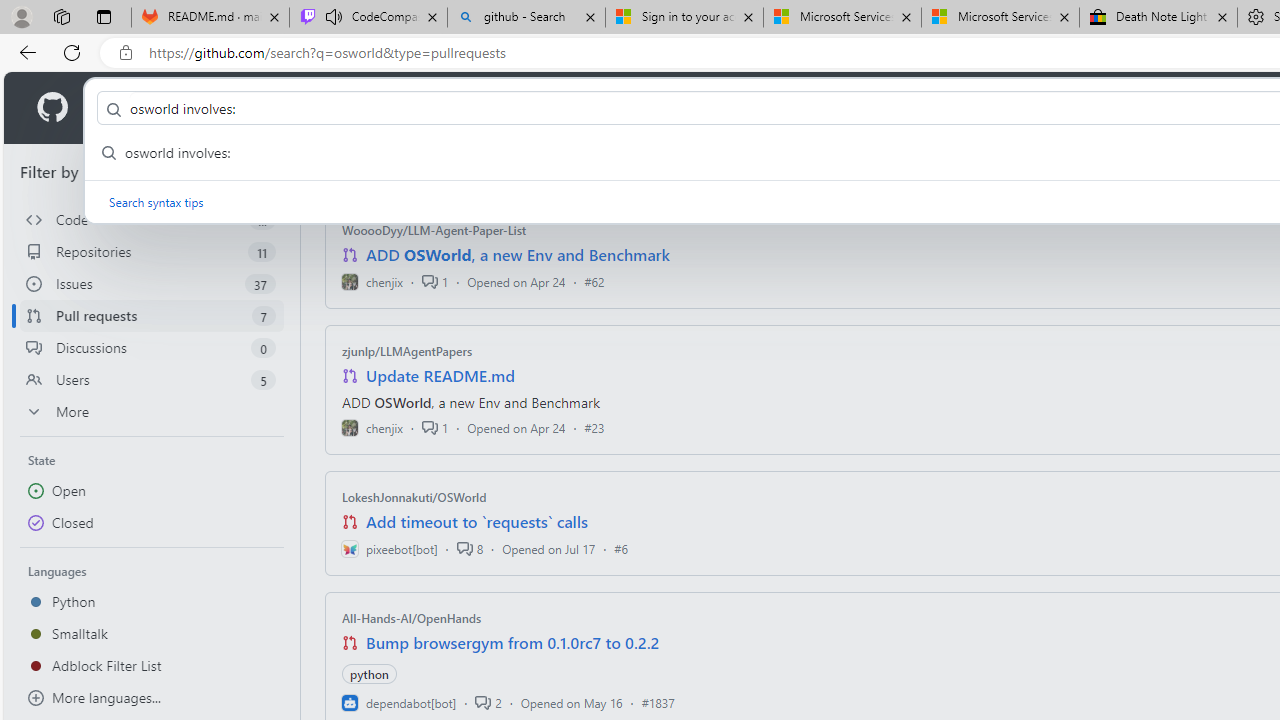 The height and width of the screenshot is (720, 1280). Describe the element at coordinates (151, 697) in the screenshot. I see `'More languages...'` at that location.